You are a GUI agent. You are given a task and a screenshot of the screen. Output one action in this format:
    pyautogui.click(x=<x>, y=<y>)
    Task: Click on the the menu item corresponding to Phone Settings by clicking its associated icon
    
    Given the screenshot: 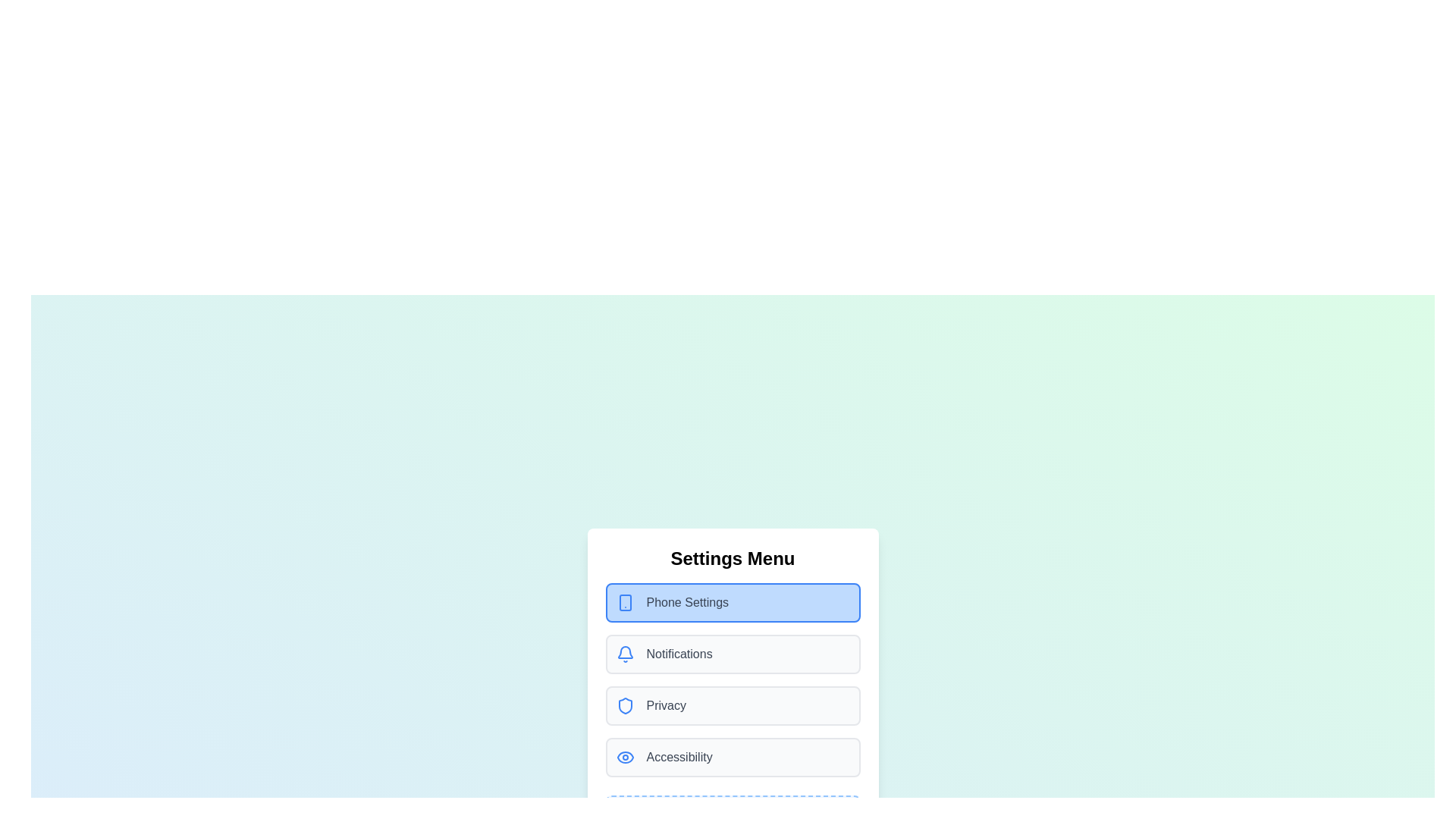 What is the action you would take?
    pyautogui.click(x=625, y=601)
    